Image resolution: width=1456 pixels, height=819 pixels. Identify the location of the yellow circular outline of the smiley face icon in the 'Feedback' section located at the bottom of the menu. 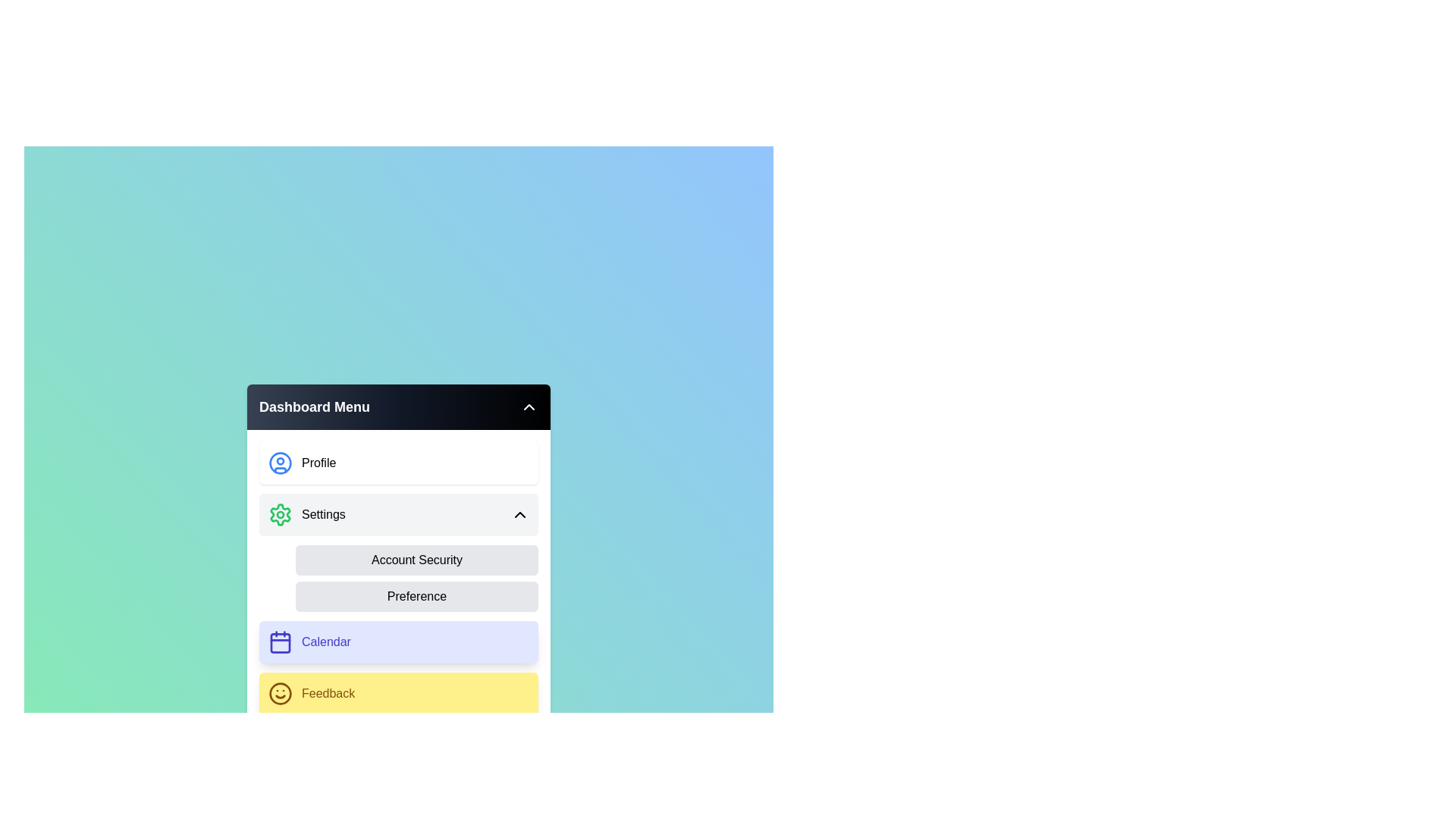
(280, 693).